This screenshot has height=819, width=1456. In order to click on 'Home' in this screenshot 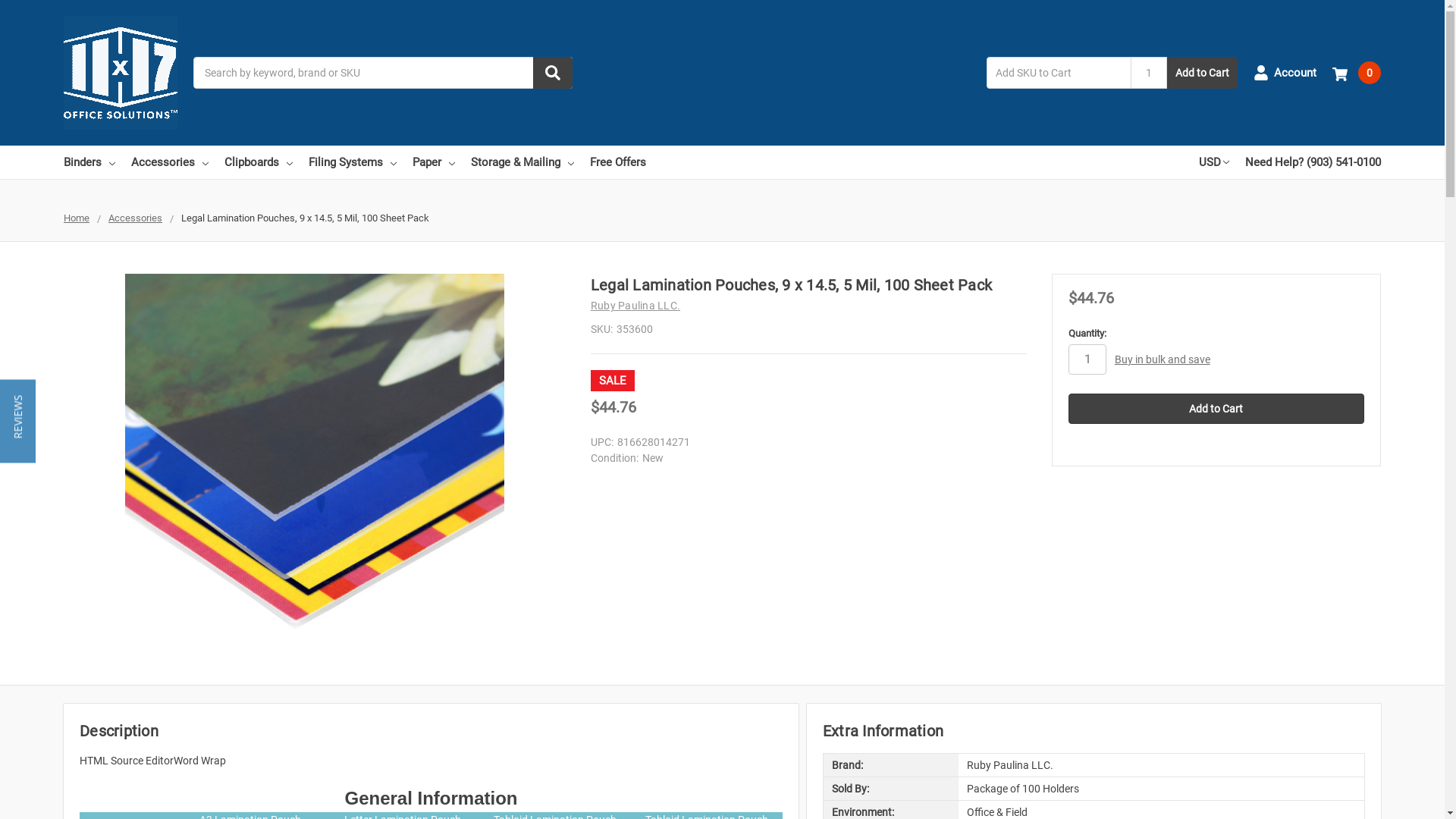, I will do `click(75, 218)`.